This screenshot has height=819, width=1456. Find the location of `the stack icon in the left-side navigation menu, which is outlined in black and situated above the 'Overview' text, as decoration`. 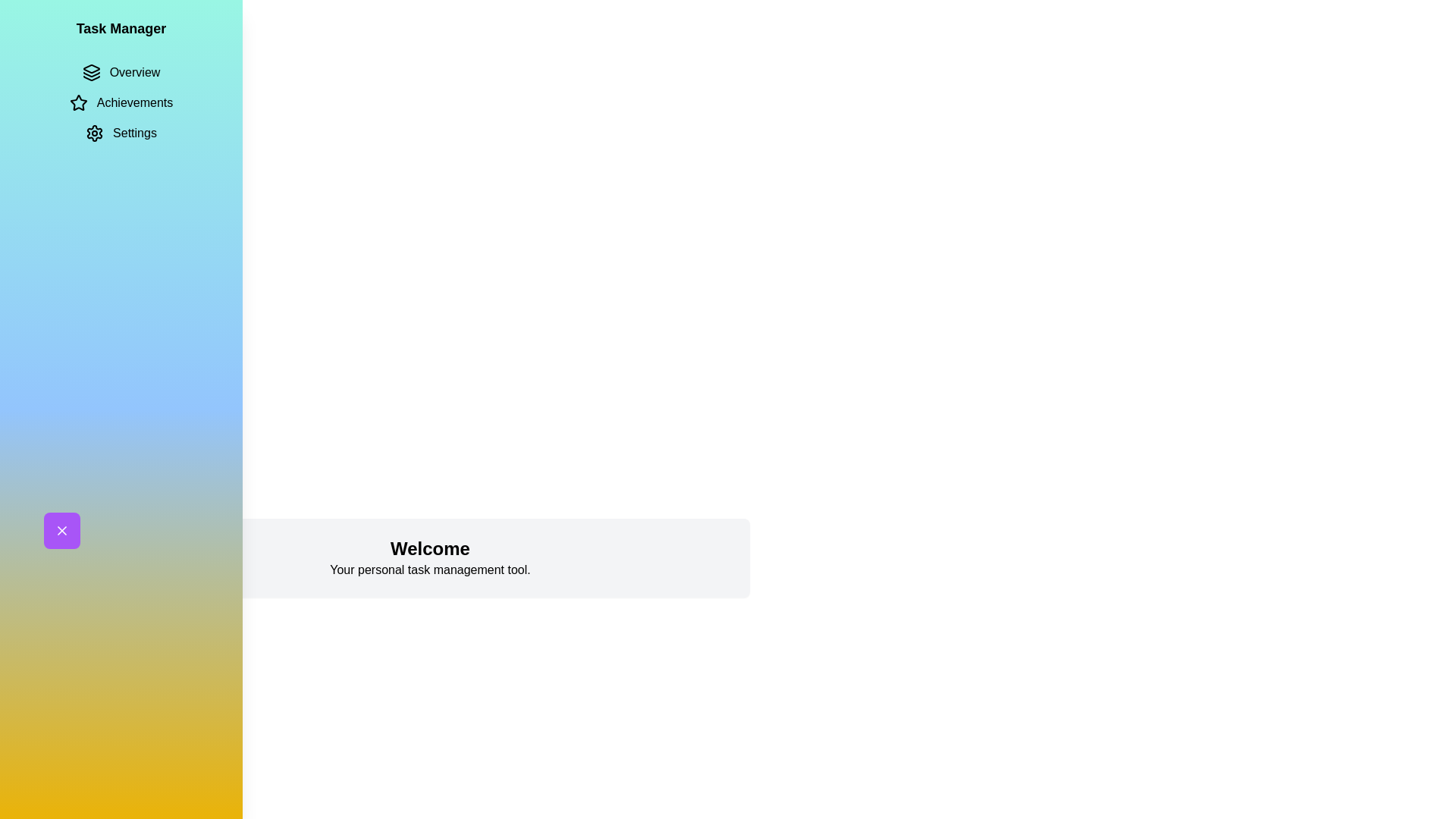

the stack icon in the left-side navigation menu, which is outlined in black and situated above the 'Overview' text, as decoration is located at coordinates (90, 73).